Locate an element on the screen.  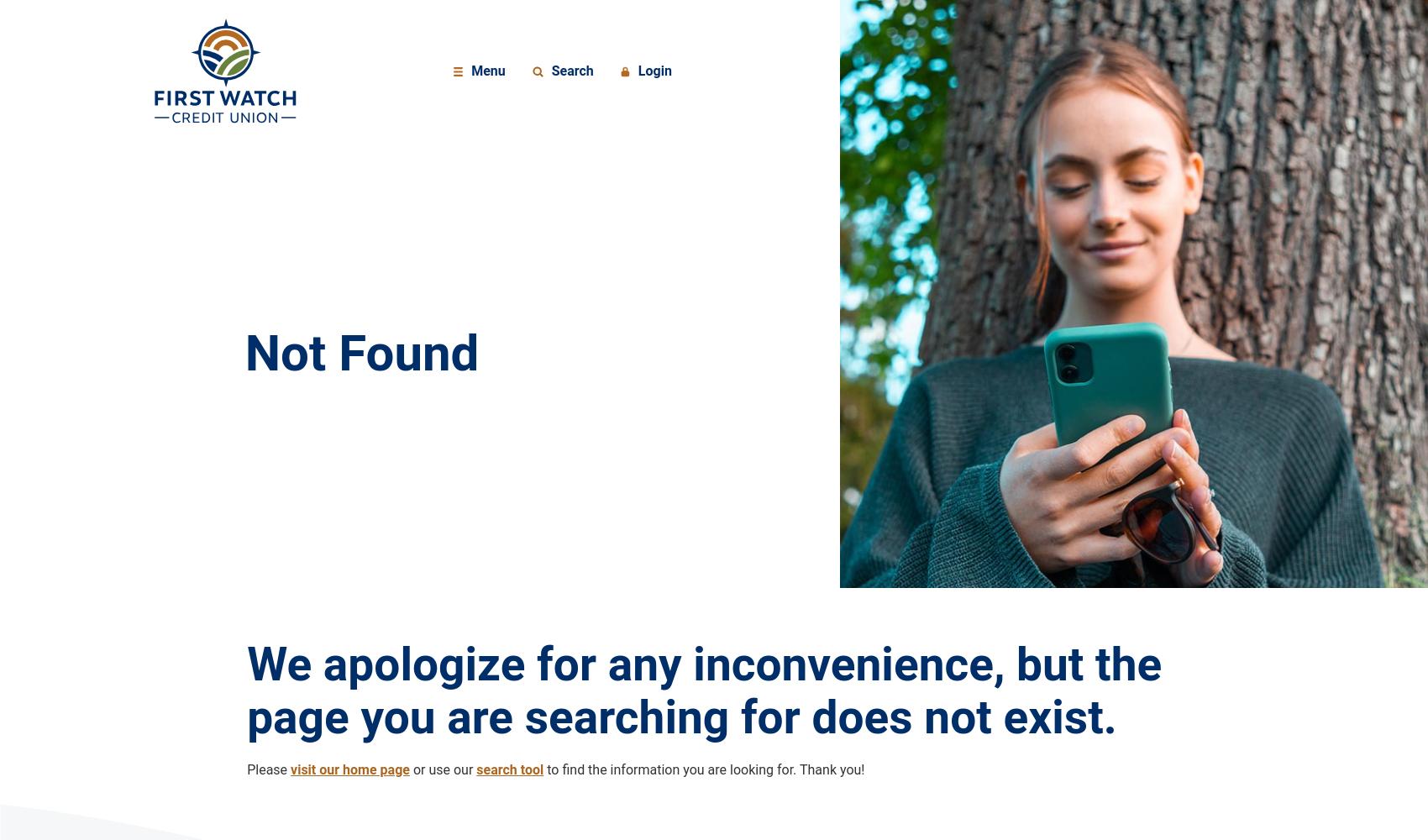
'search tool' is located at coordinates (509, 769).